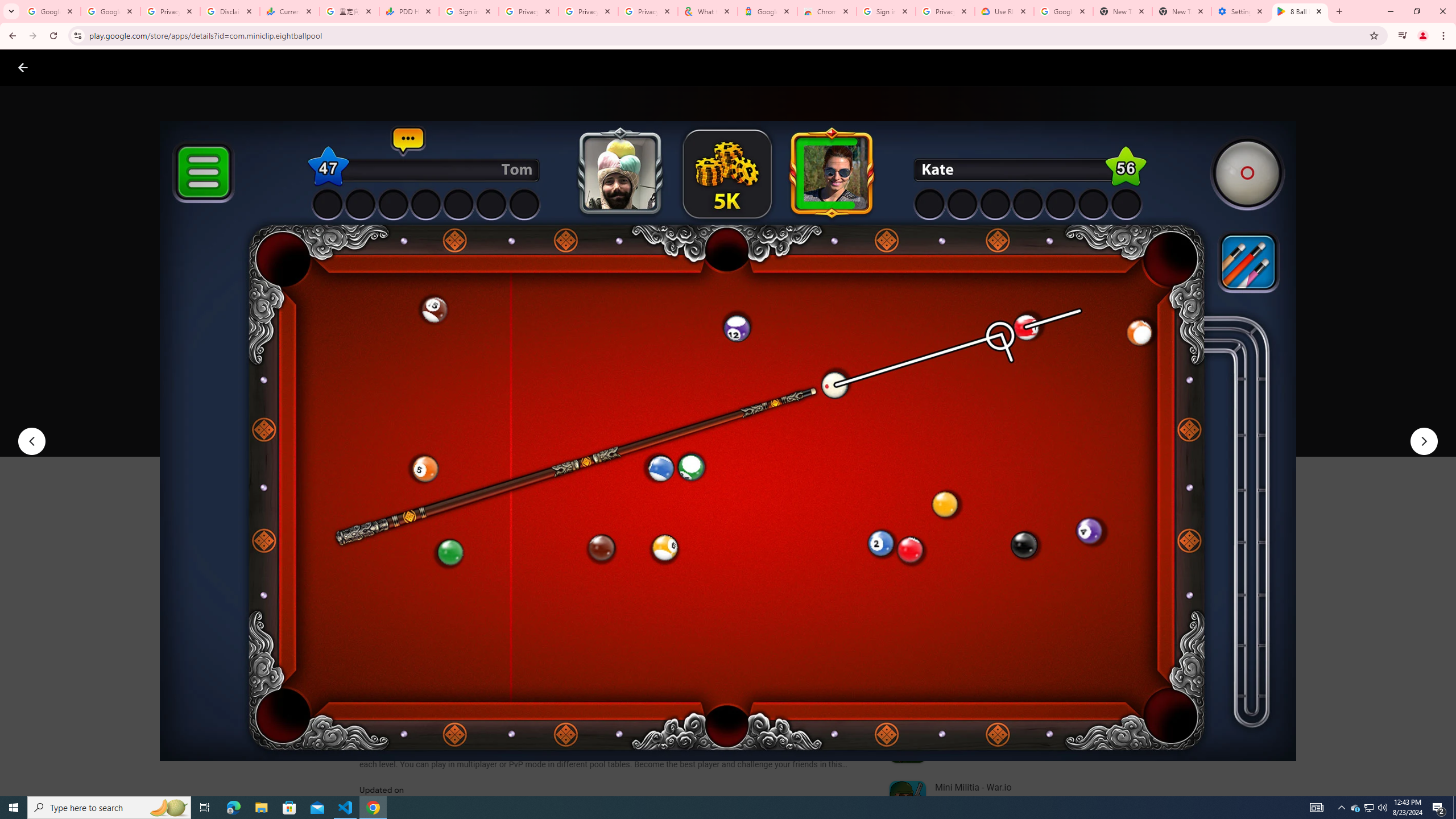  I want to click on 'Privacy Checkup', so click(588, 11).